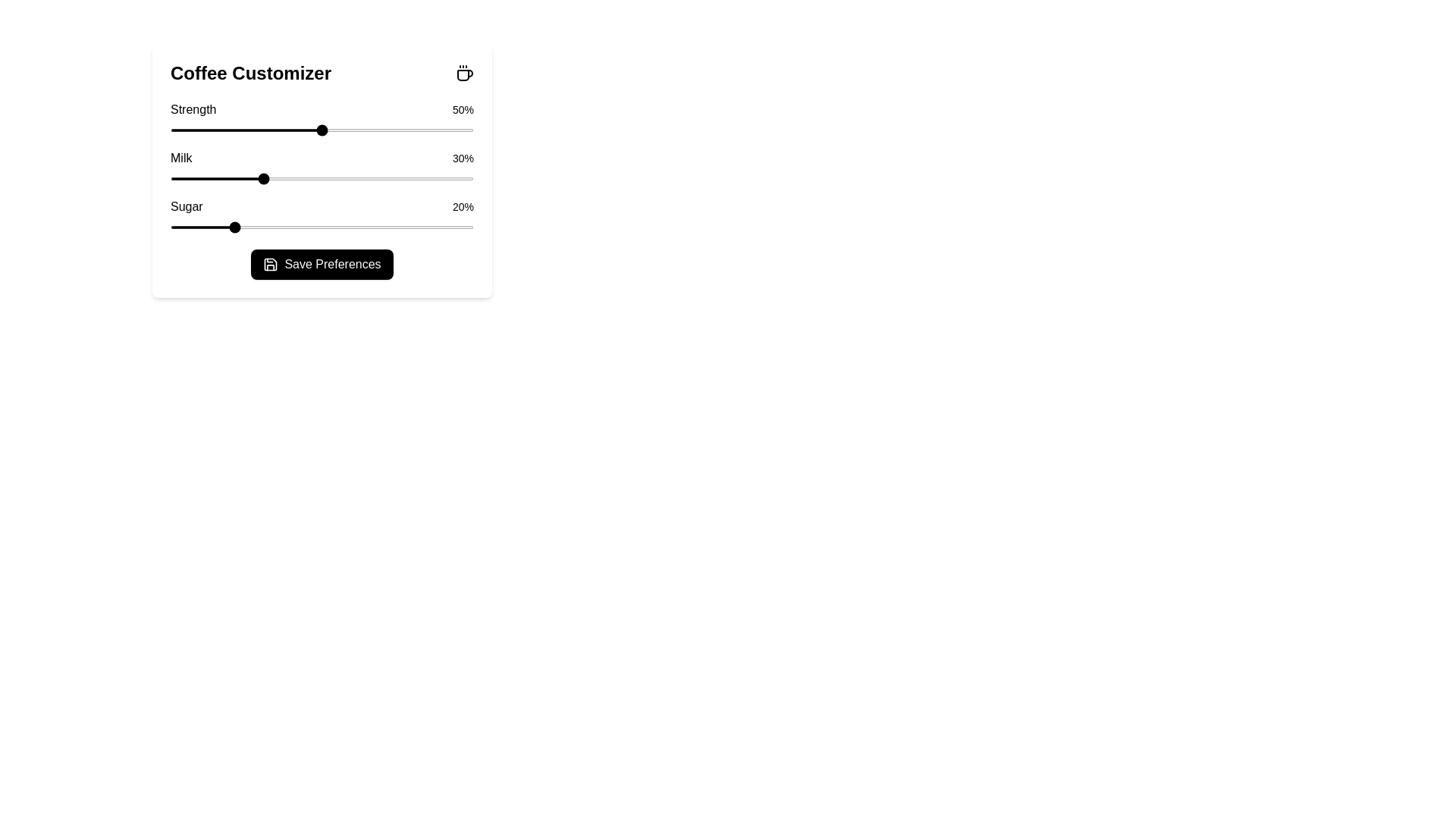 This screenshot has height=819, width=1456. What do you see at coordinates (461, 227) in the screenshot?
I see `sugar level` at bounding box center [461, 227].